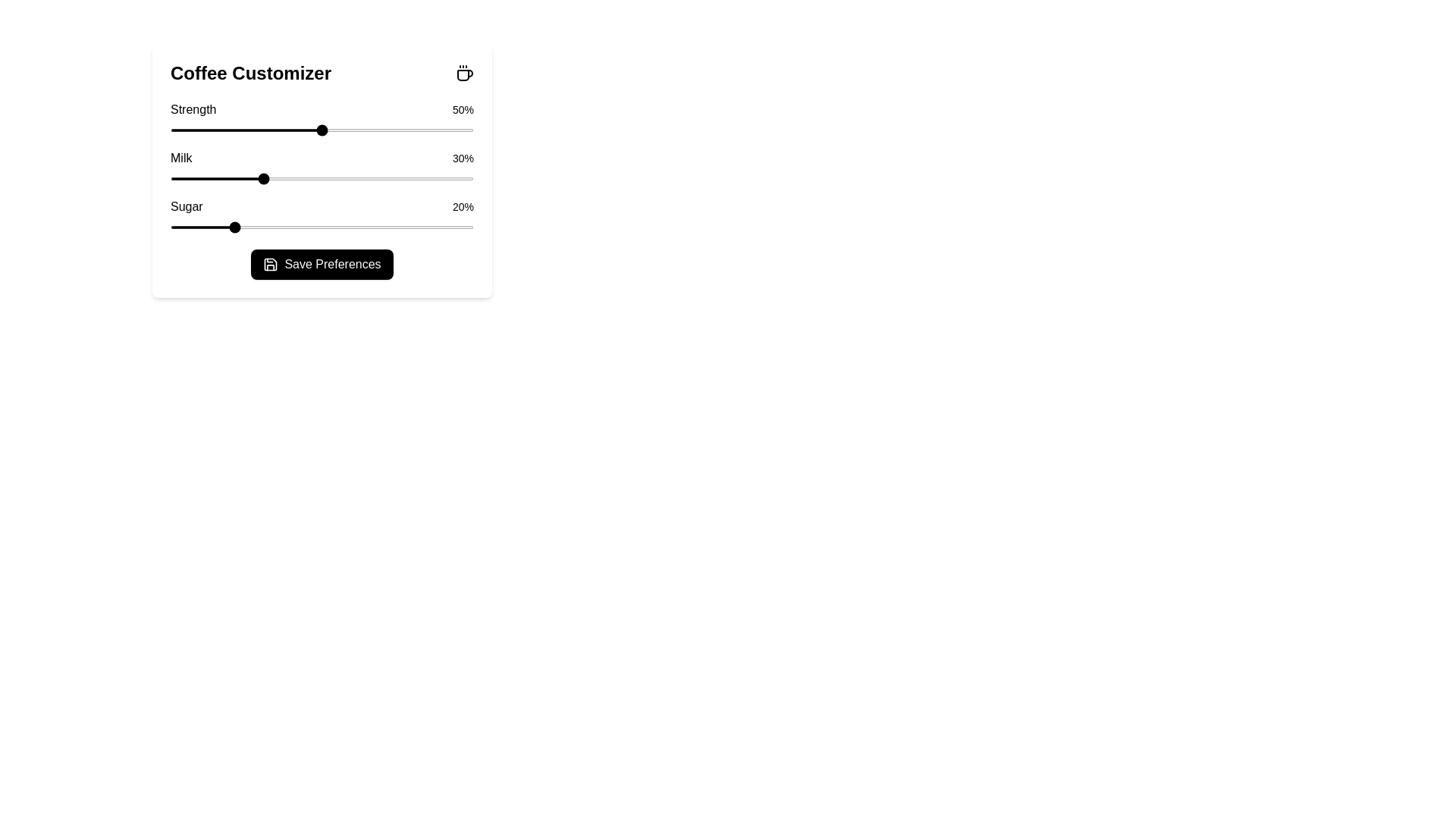 This screenshot has height=819, width=1456. What do you see at coordinates (461, 227) in the screenshot?
I see `sugar level` at bounding box center [461, 227].